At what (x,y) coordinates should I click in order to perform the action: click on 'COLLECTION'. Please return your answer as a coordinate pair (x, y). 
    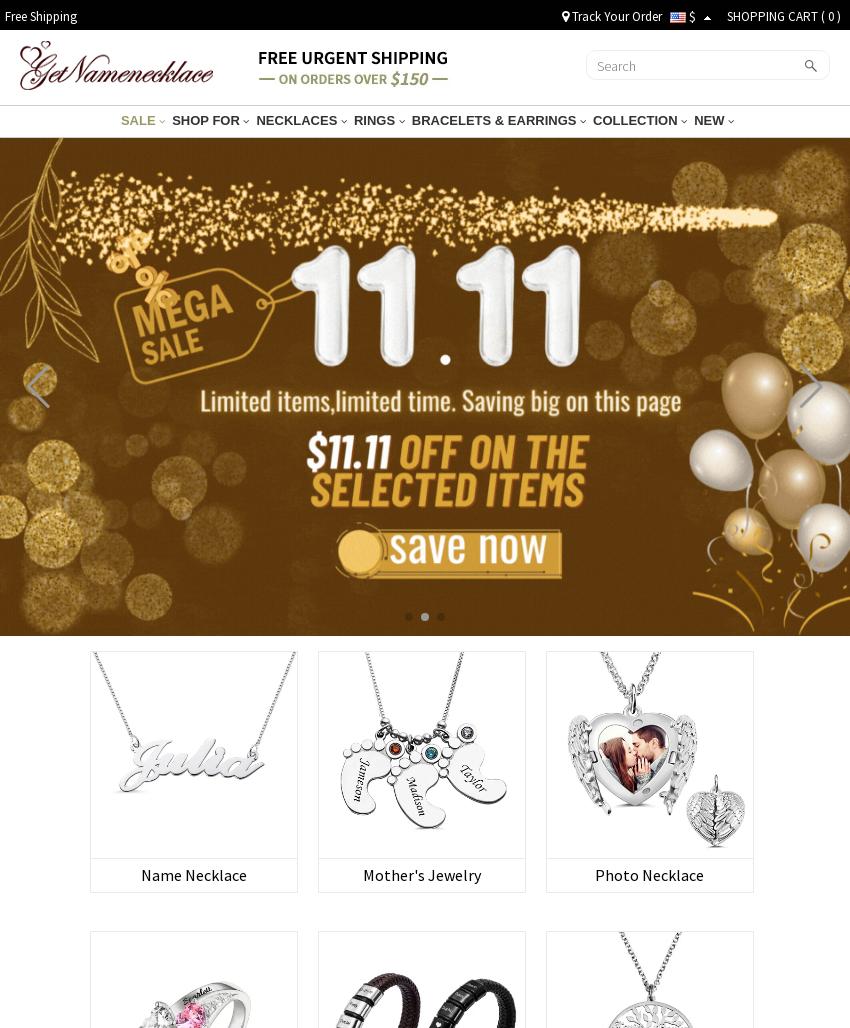
    Looking at the image, I should click on (635, 119).